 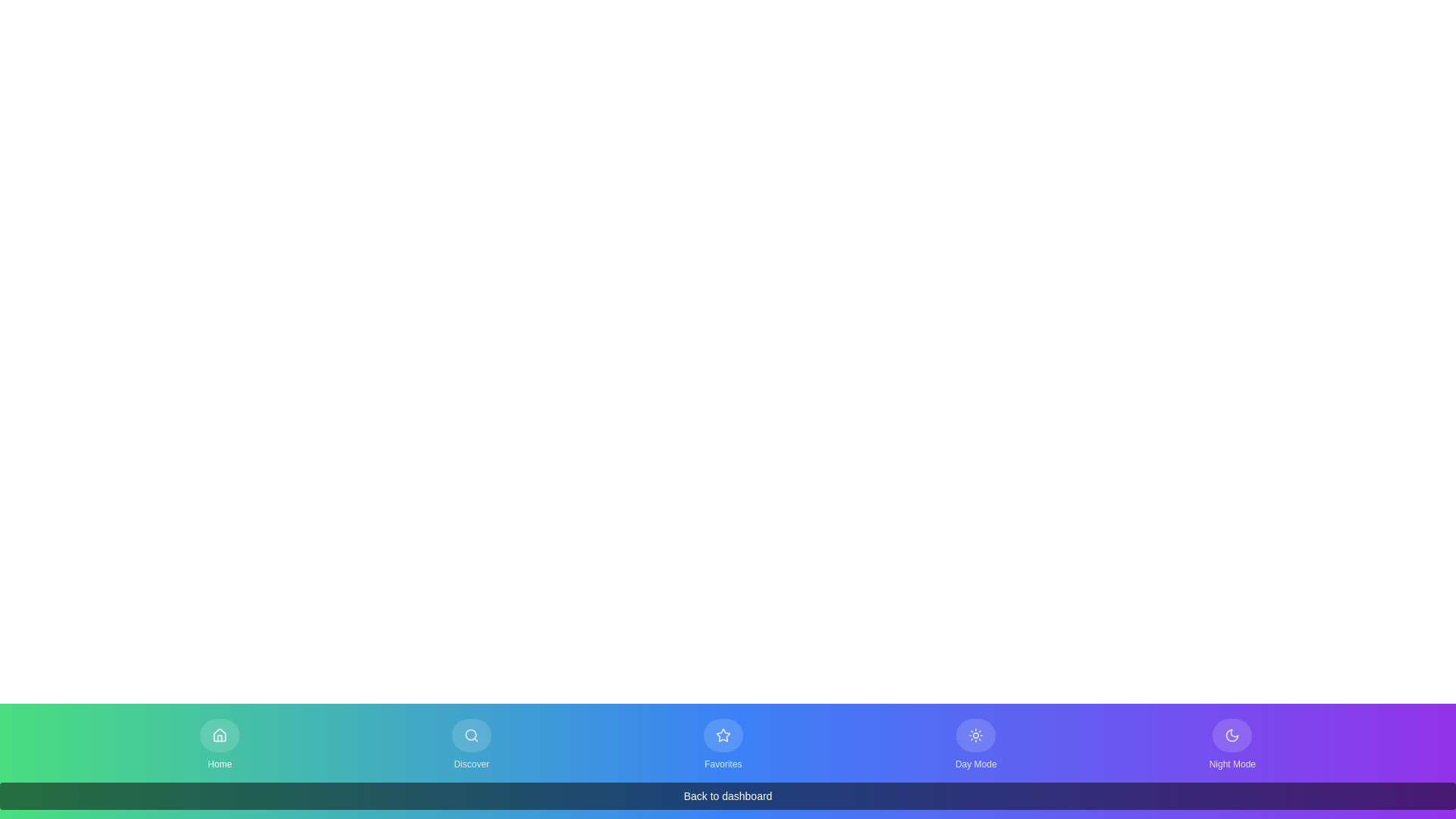 What do you see at coordinates (722, 744) in the screenshot?
I see `the Favorites tab by clicking the corresponding button` at bounding box center [722, 744].